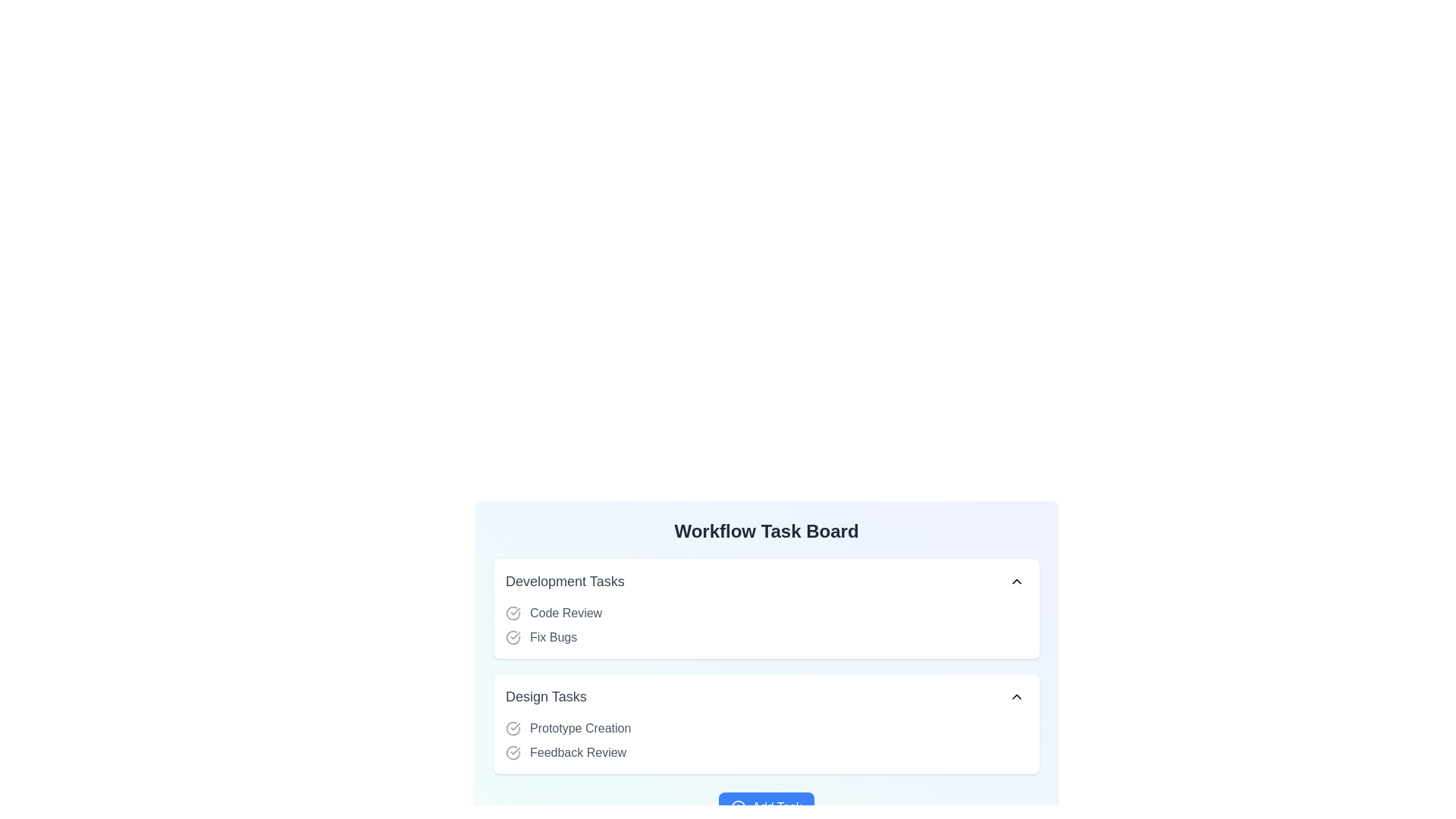  Describe the element at coordinates (513, 613) in the screenshot. I see `the Checkbox/Icon indicating status` at that location.